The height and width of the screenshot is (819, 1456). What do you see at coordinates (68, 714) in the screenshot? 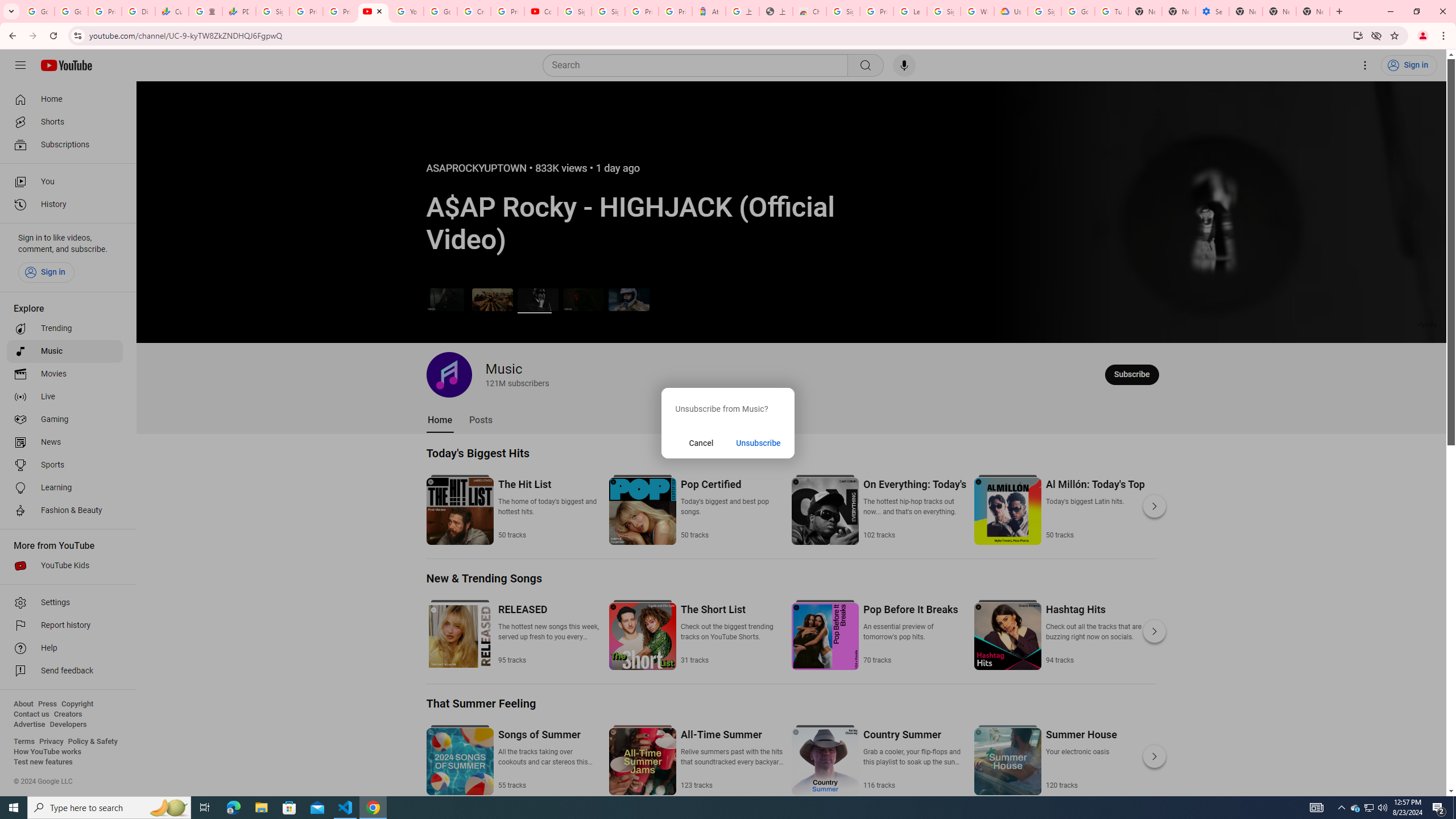
I see `'Creators'` at bounding box center [68, 714].